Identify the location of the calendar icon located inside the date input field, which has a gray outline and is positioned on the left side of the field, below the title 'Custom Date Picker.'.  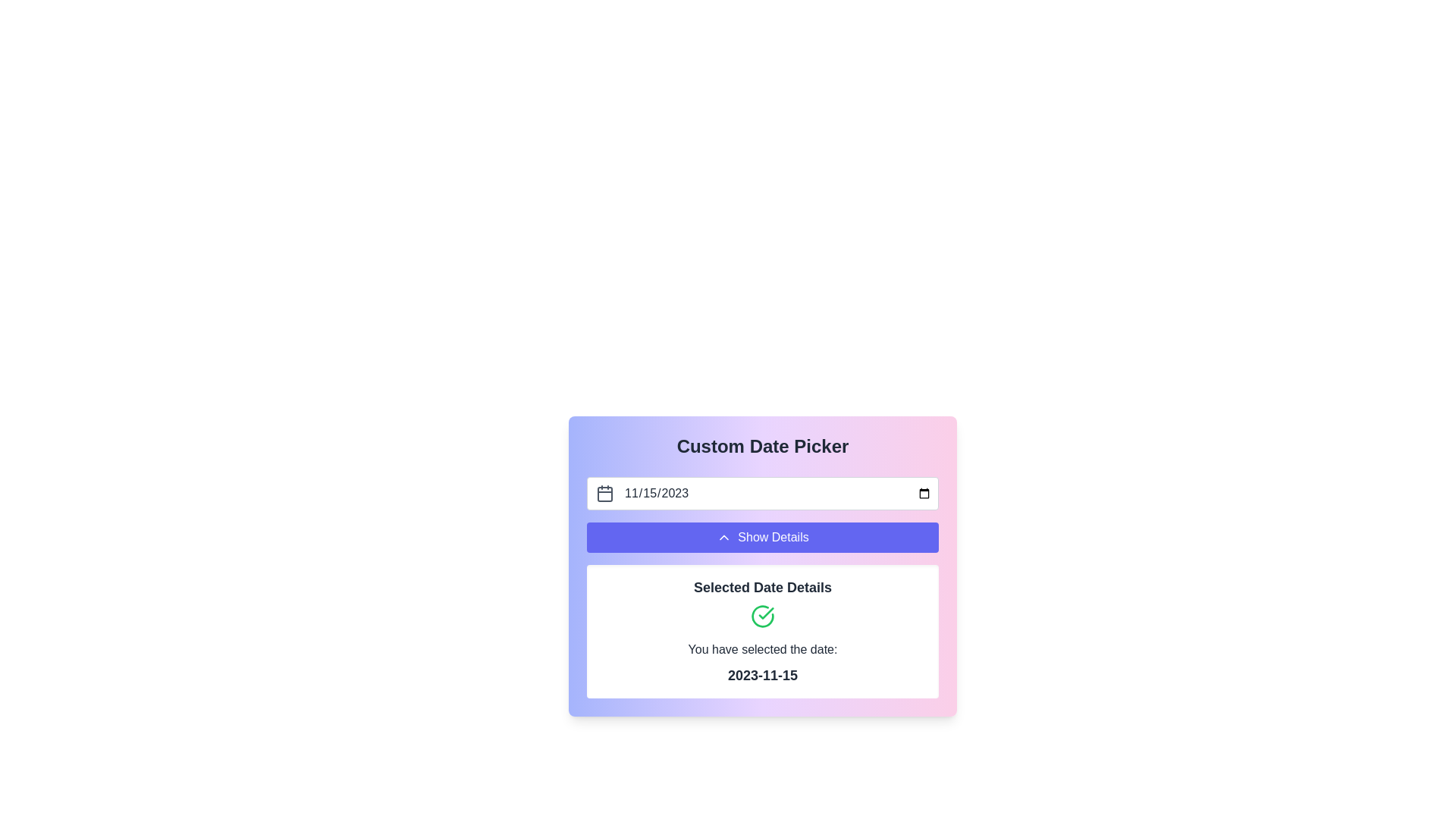
(604, 494).